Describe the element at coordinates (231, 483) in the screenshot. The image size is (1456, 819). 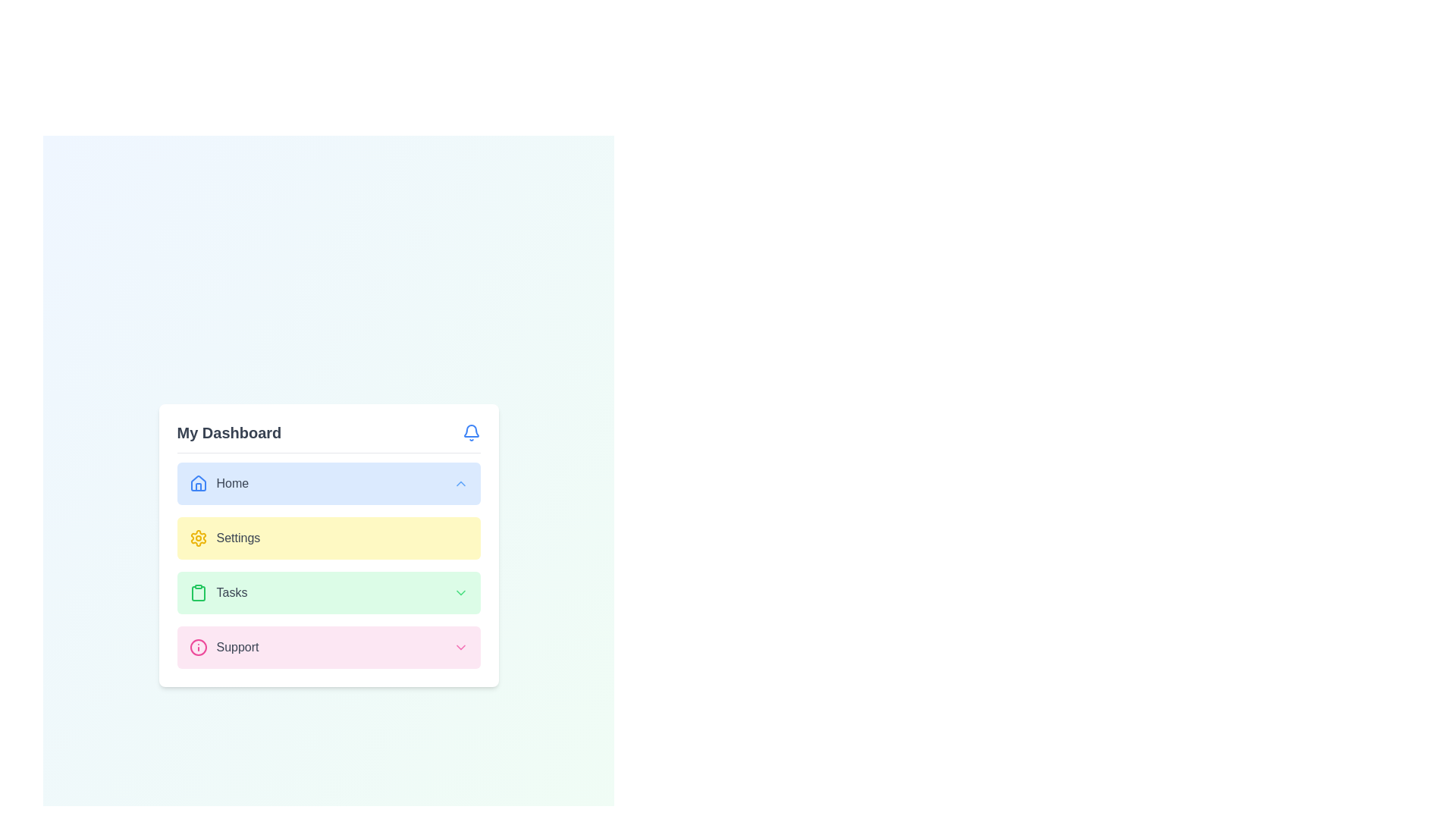
I see `the text label indicating the name of the section associated with the adjacent house icon in the 'My Dashboard' section` at that location.